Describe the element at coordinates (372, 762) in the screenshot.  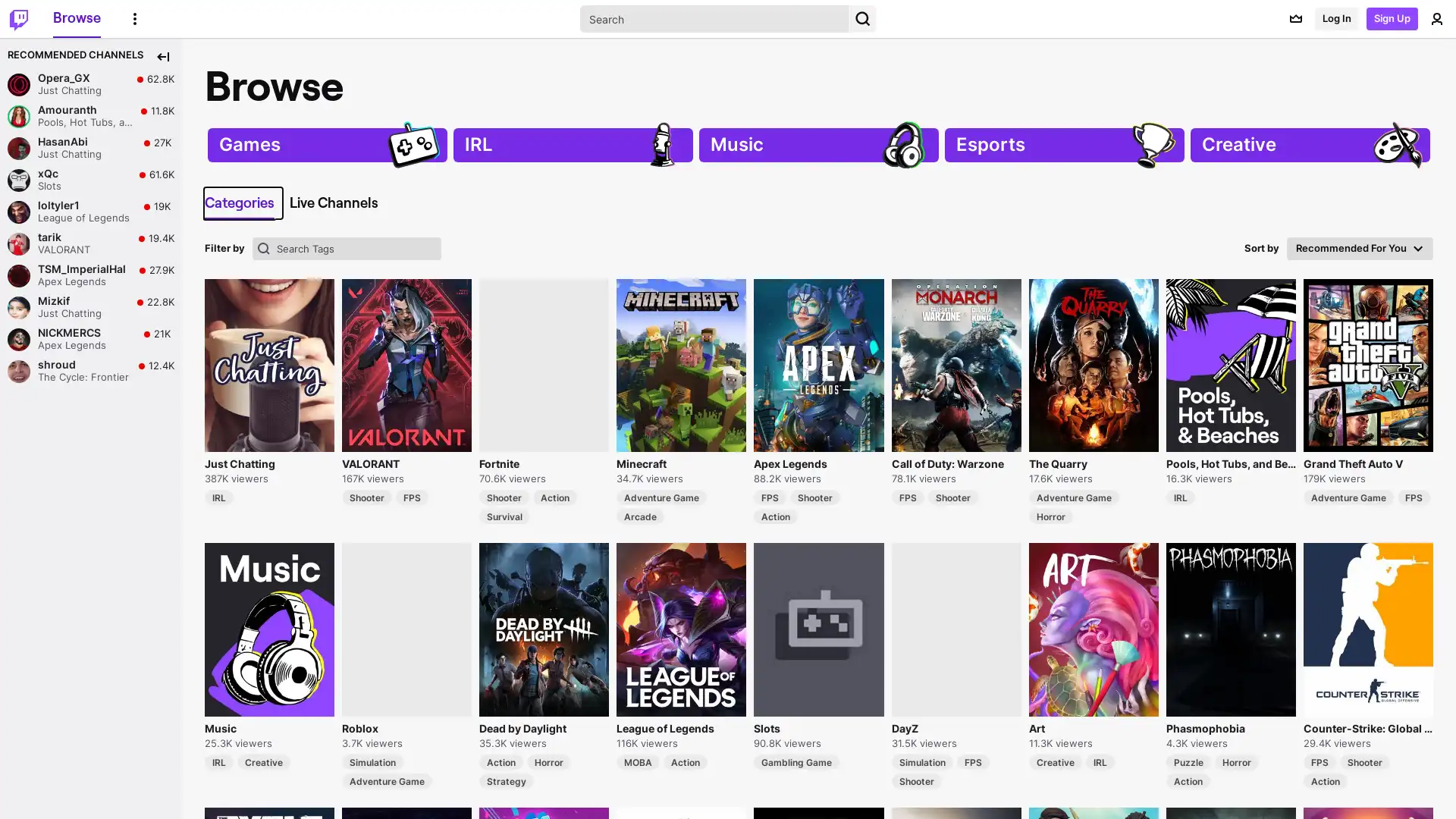
I see `Simulation` at that location.